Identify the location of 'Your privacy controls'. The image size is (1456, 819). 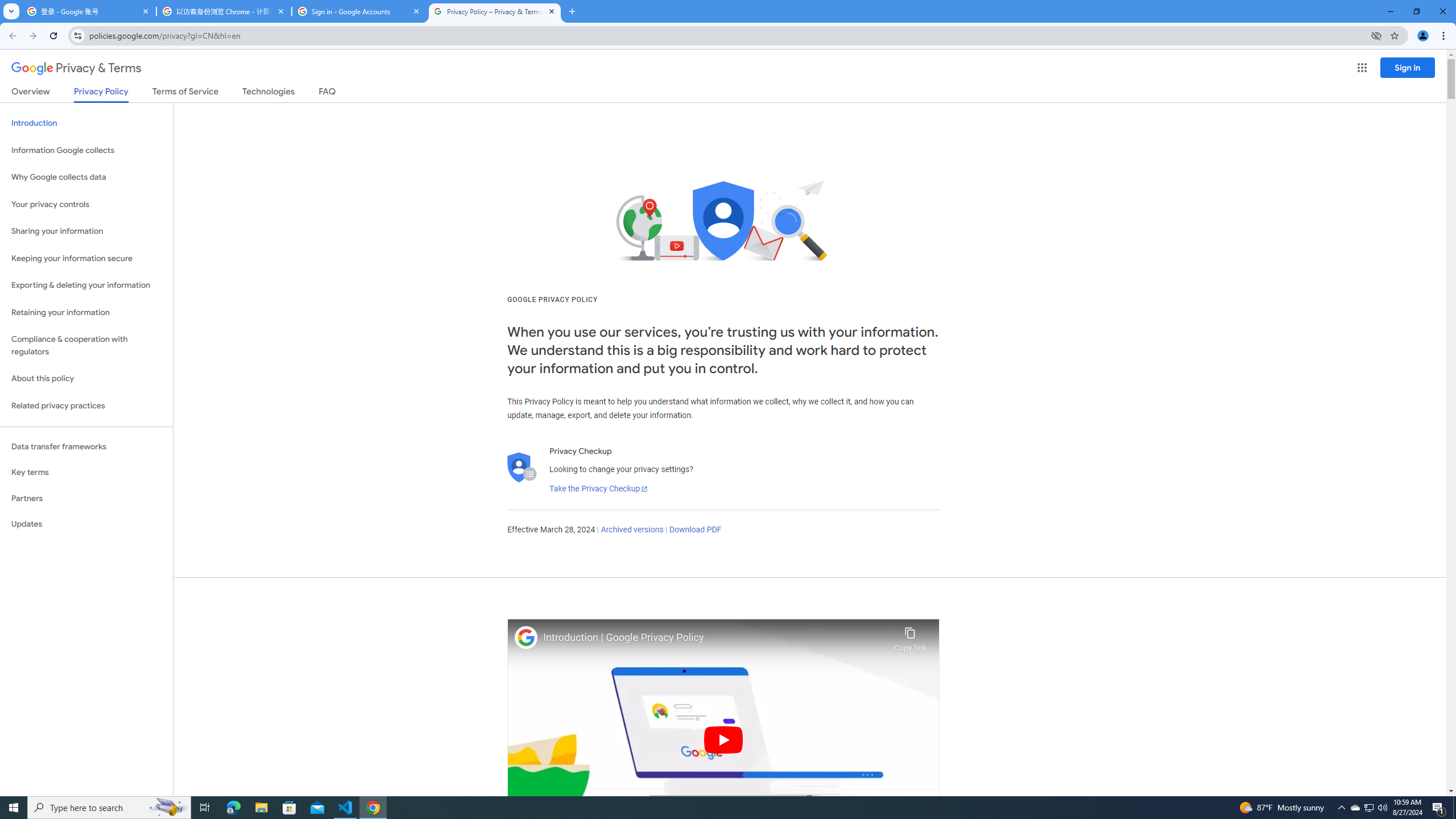
(86, 205).